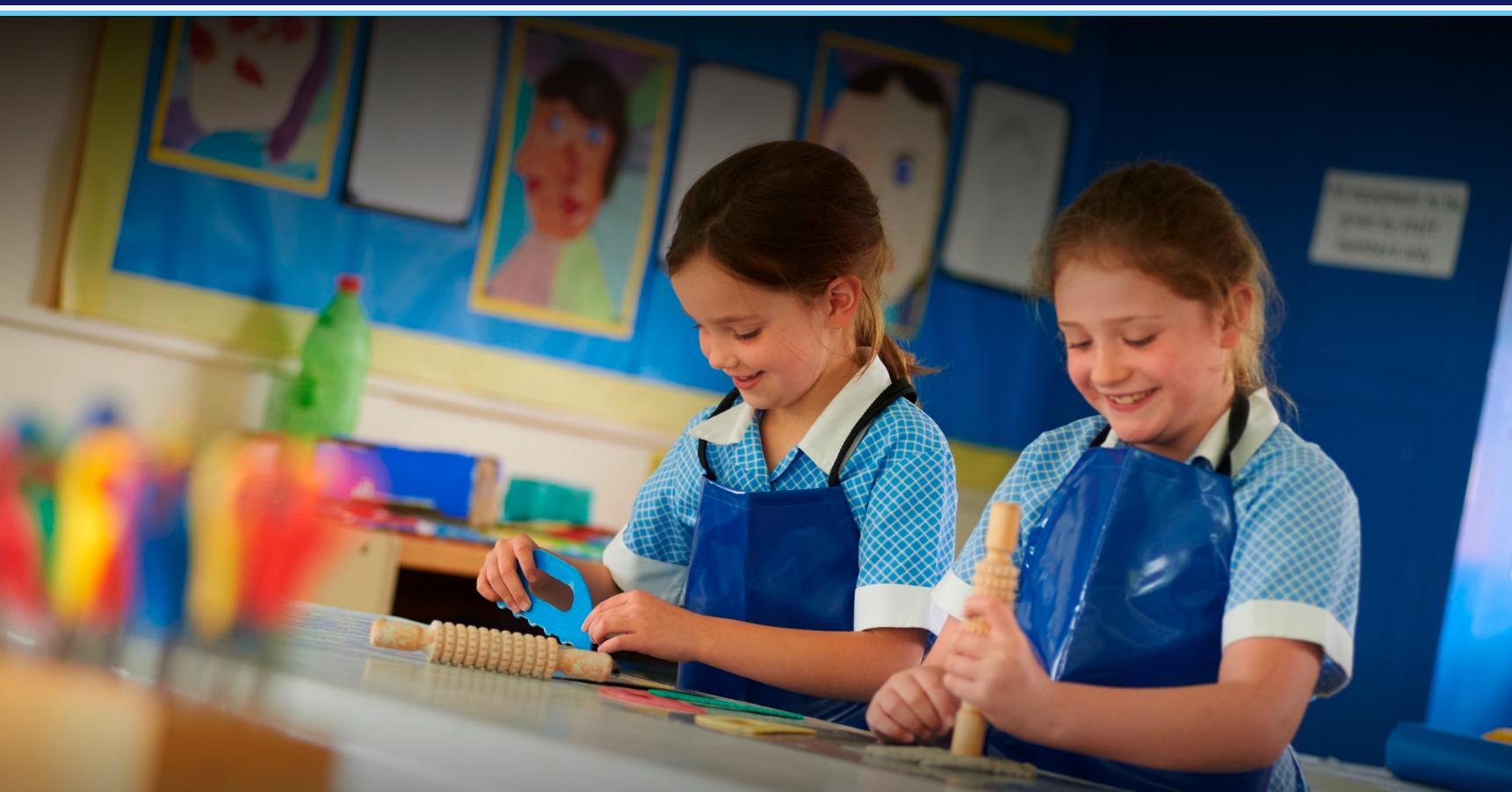  What do you see at coordinates (437, 256) in the screenshot?
I see `'The Arts'` at bounding box center [437, 256].